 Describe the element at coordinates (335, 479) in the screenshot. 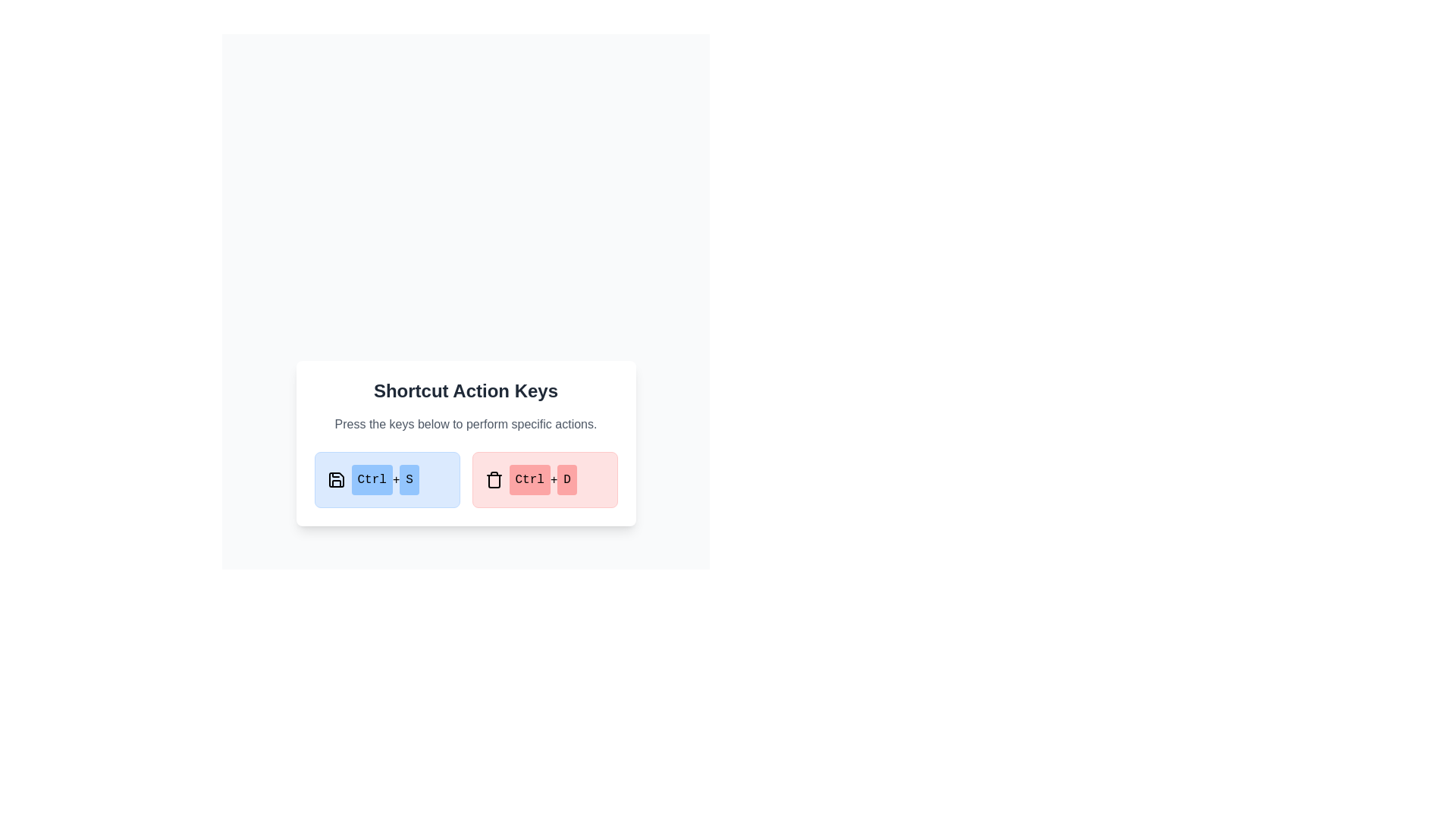

I see `the save icon located within the blue button on the left side of the 'Shortcut Action Keys' section, identified by its proximity to the trash bin icon and the label 'Ctrl + S.'` at that location.